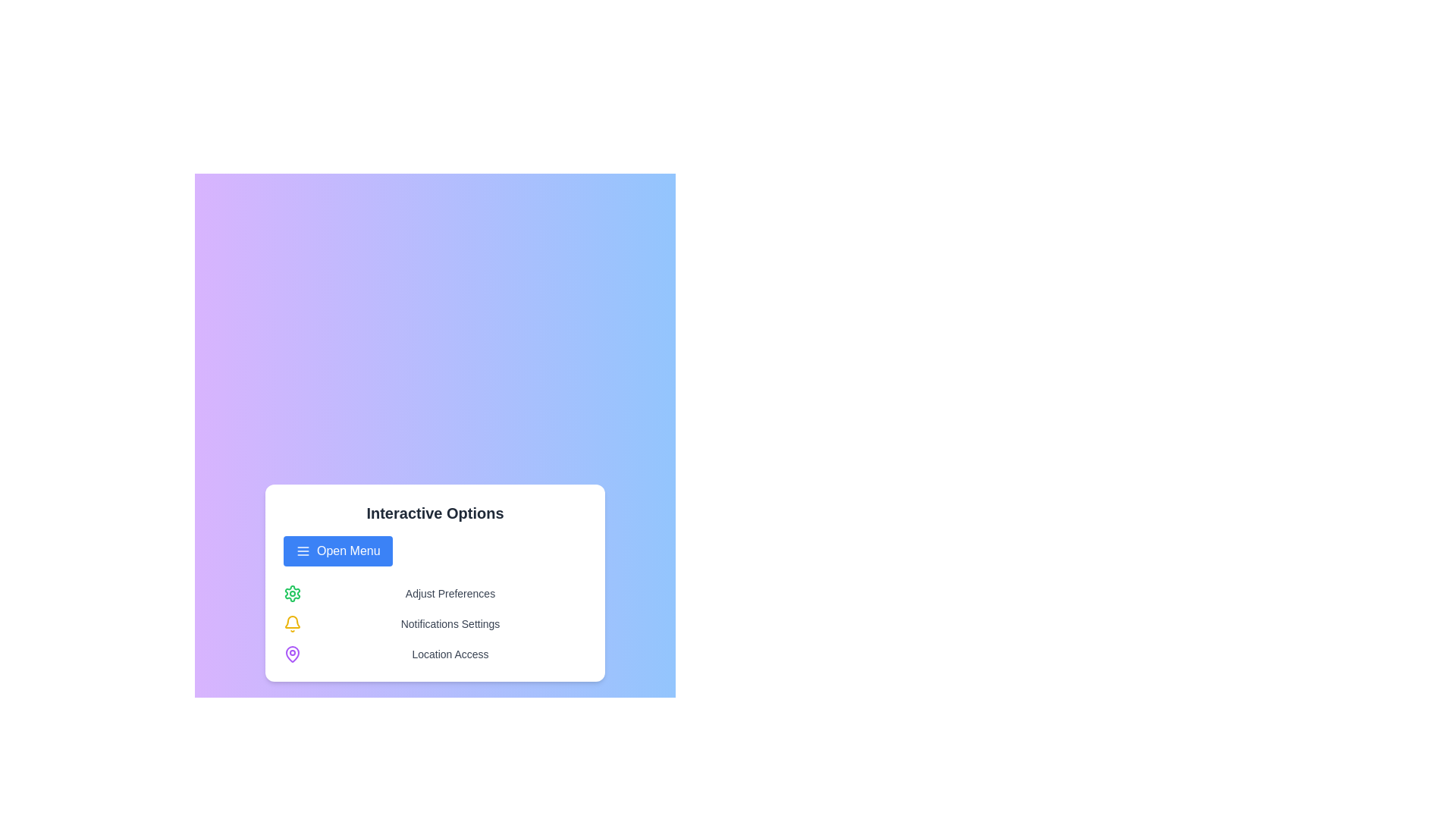 The width and height of the screenshot is (1456, 819). I want to click on the top portion of the bell icon, which is the second icon in the vertical list, used for notifications or alerts, so click(292, 622).